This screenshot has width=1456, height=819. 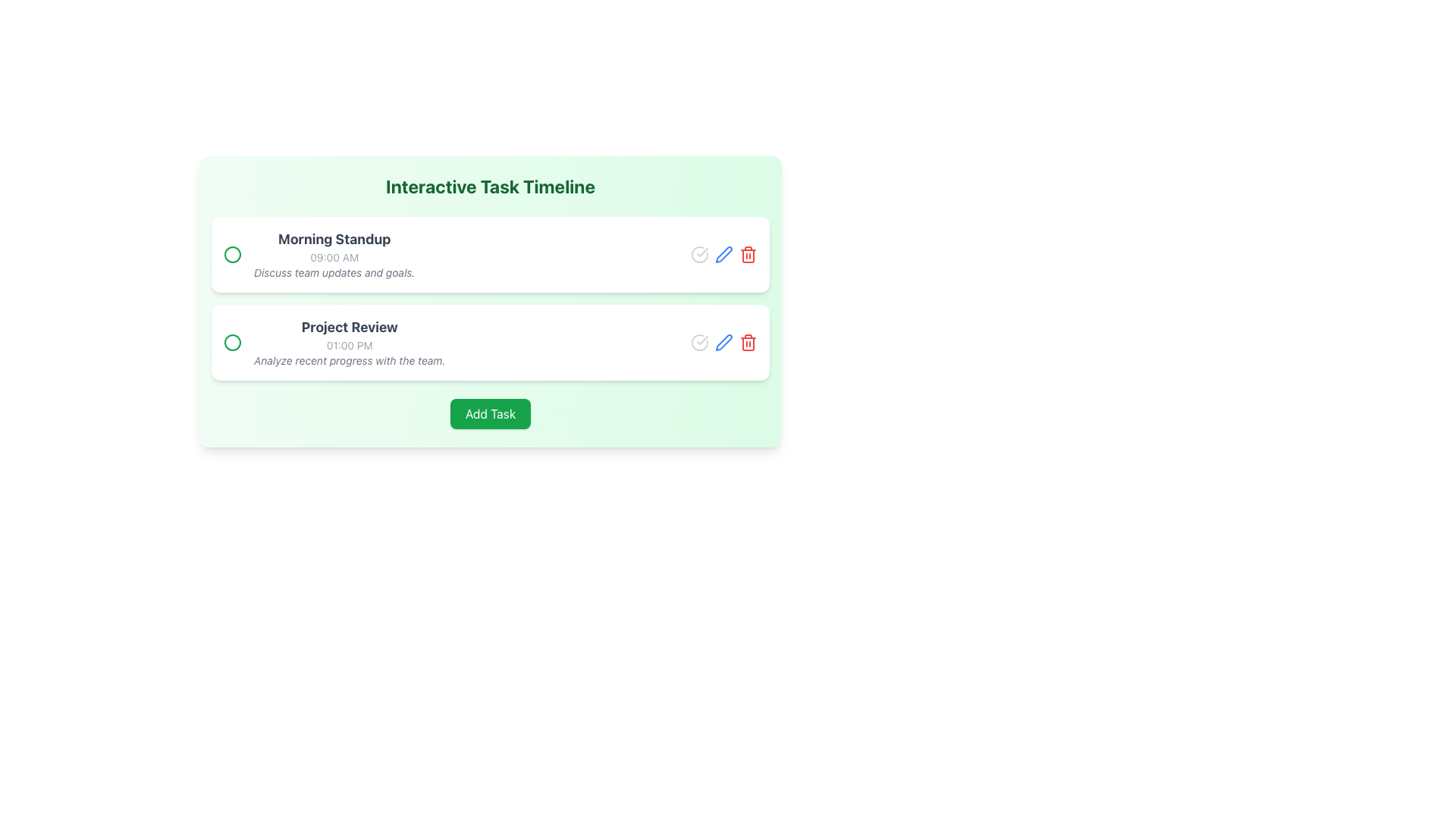 What do you see at coordinates (491, 414) in the screenshot?
I see `the green rectangular 'Add Task' button located at the bottom of the 'Interactive Task Timeline' section` at bounding box center [491, 414].